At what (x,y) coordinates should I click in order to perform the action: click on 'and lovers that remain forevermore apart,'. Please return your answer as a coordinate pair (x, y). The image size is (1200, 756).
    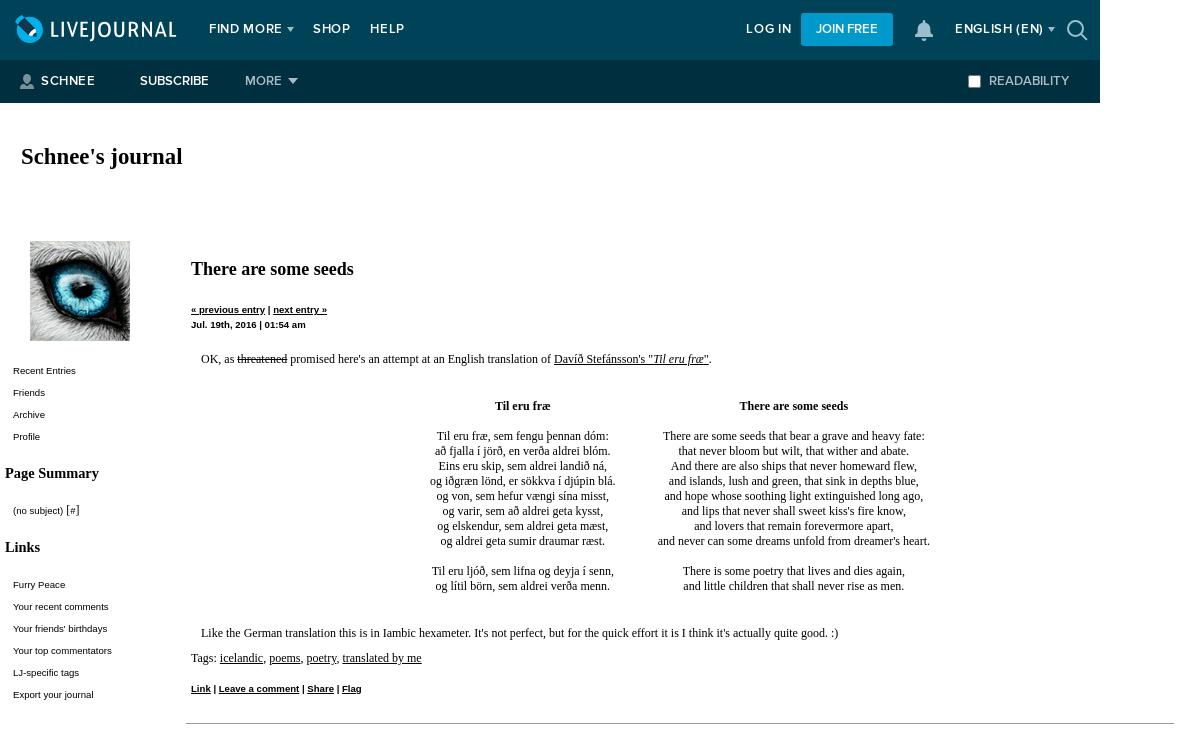
    Looking at the image, I should click on (792, 524).